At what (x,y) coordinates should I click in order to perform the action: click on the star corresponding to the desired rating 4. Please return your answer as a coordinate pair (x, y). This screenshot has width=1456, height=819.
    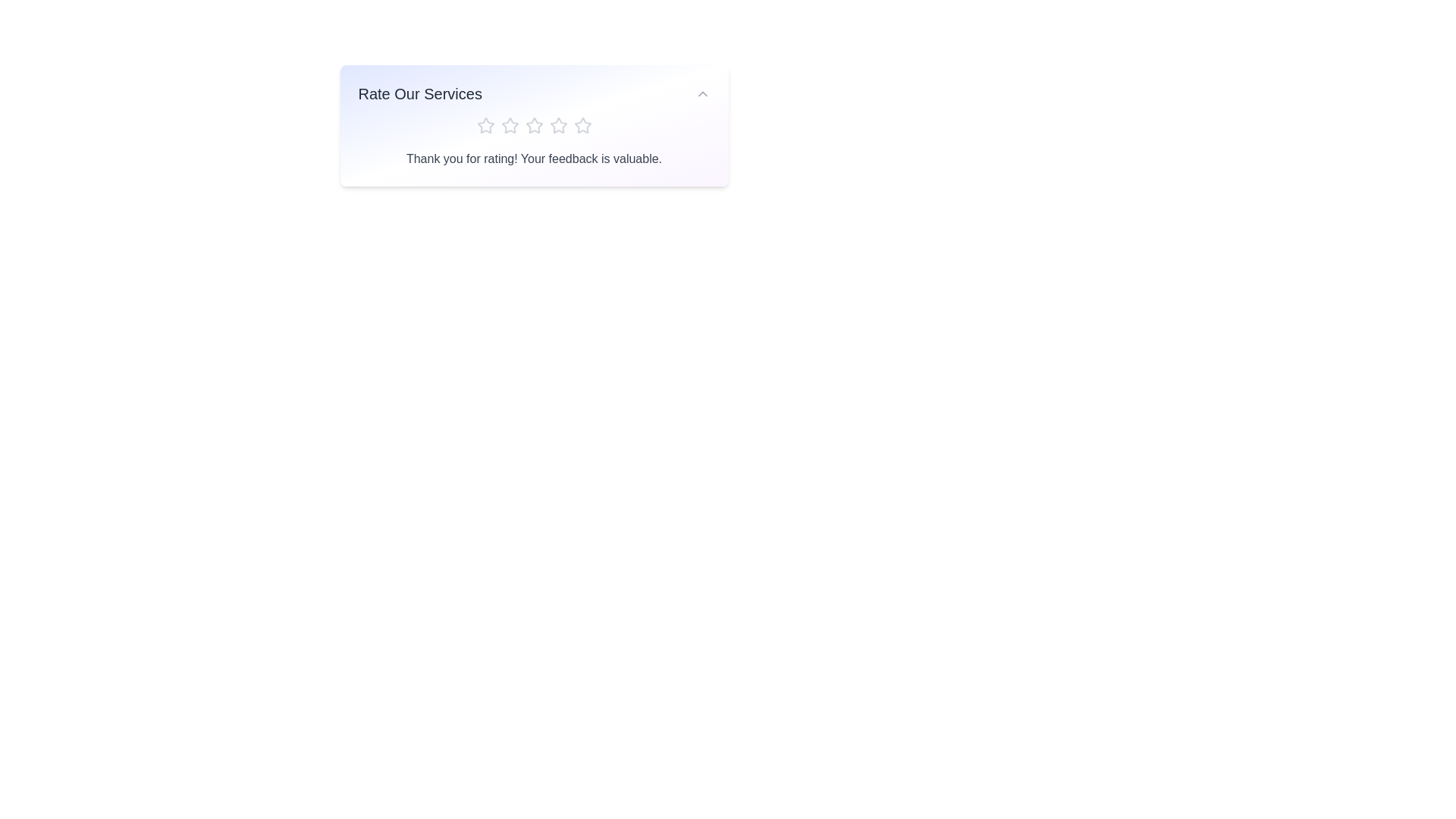
    Looking at the image, I should click on (557, 124).